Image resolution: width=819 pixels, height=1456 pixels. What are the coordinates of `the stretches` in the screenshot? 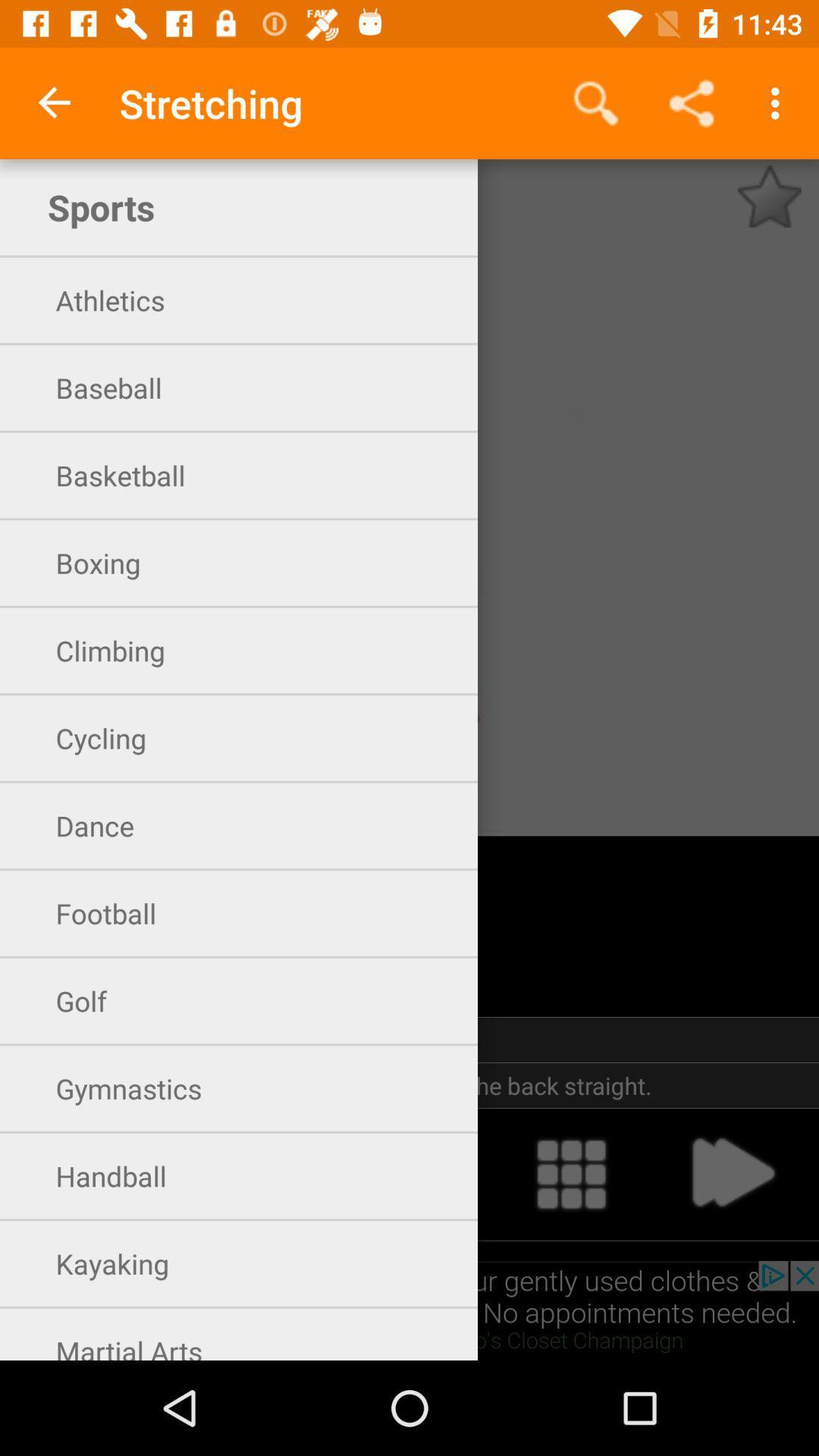 It's located at (769, 196).